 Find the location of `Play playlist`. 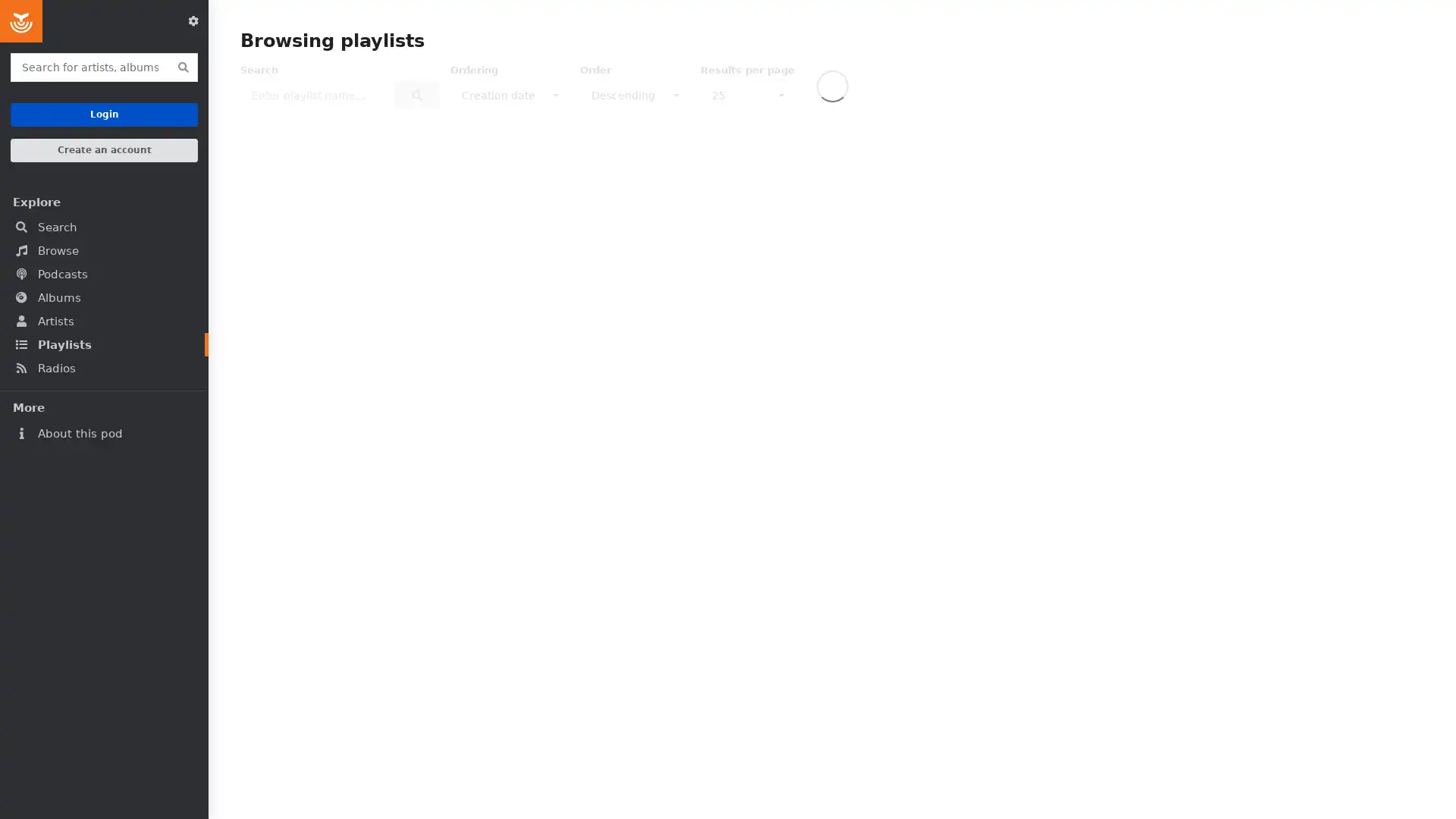

Play playlist is located at coordinates (367, 259).